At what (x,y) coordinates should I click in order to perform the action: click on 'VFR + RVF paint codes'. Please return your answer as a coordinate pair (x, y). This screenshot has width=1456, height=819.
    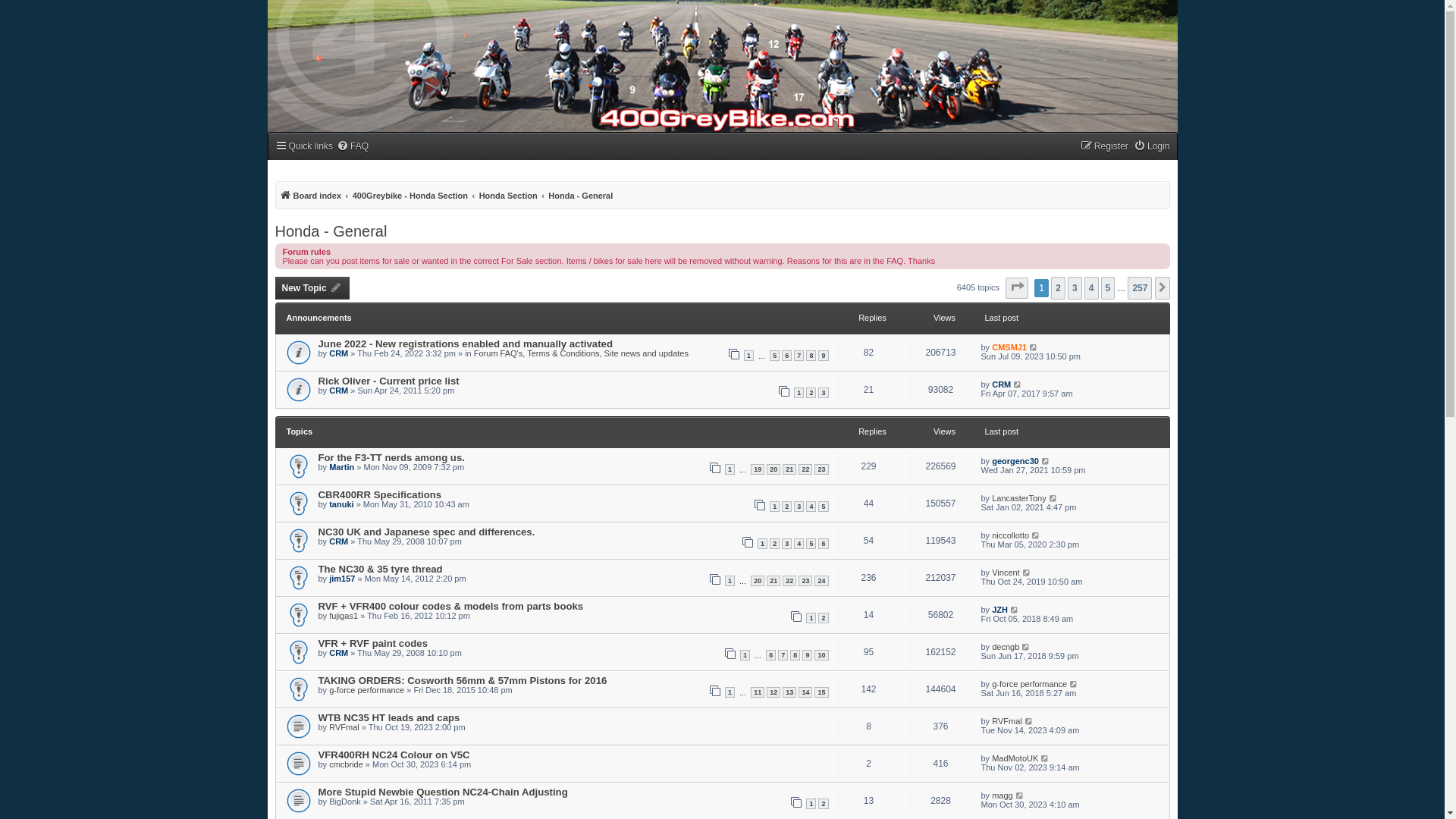
    Looking at the image, I should click on (372, 643).